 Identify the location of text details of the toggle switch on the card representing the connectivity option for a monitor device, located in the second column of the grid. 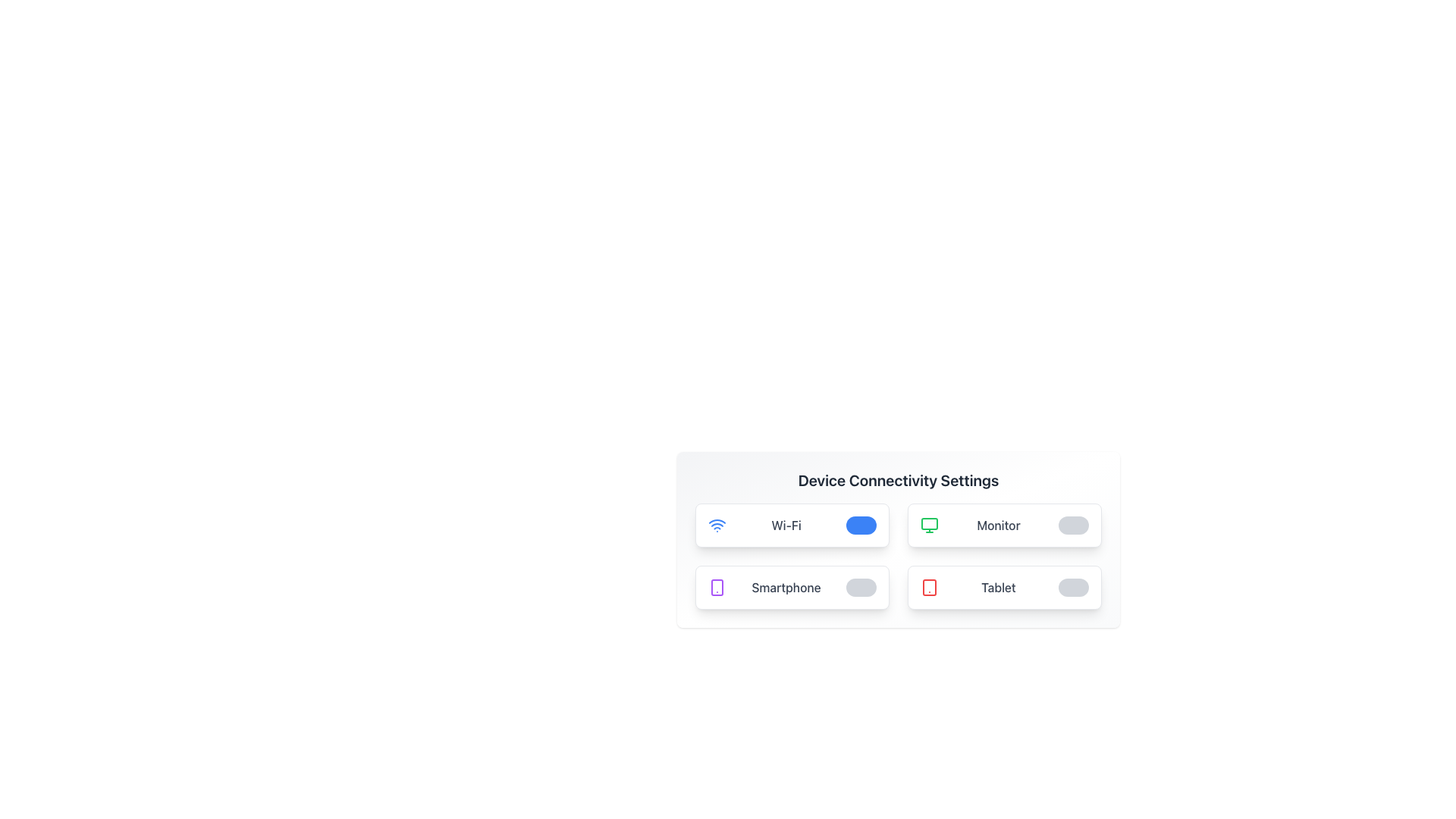
(1004, 525).